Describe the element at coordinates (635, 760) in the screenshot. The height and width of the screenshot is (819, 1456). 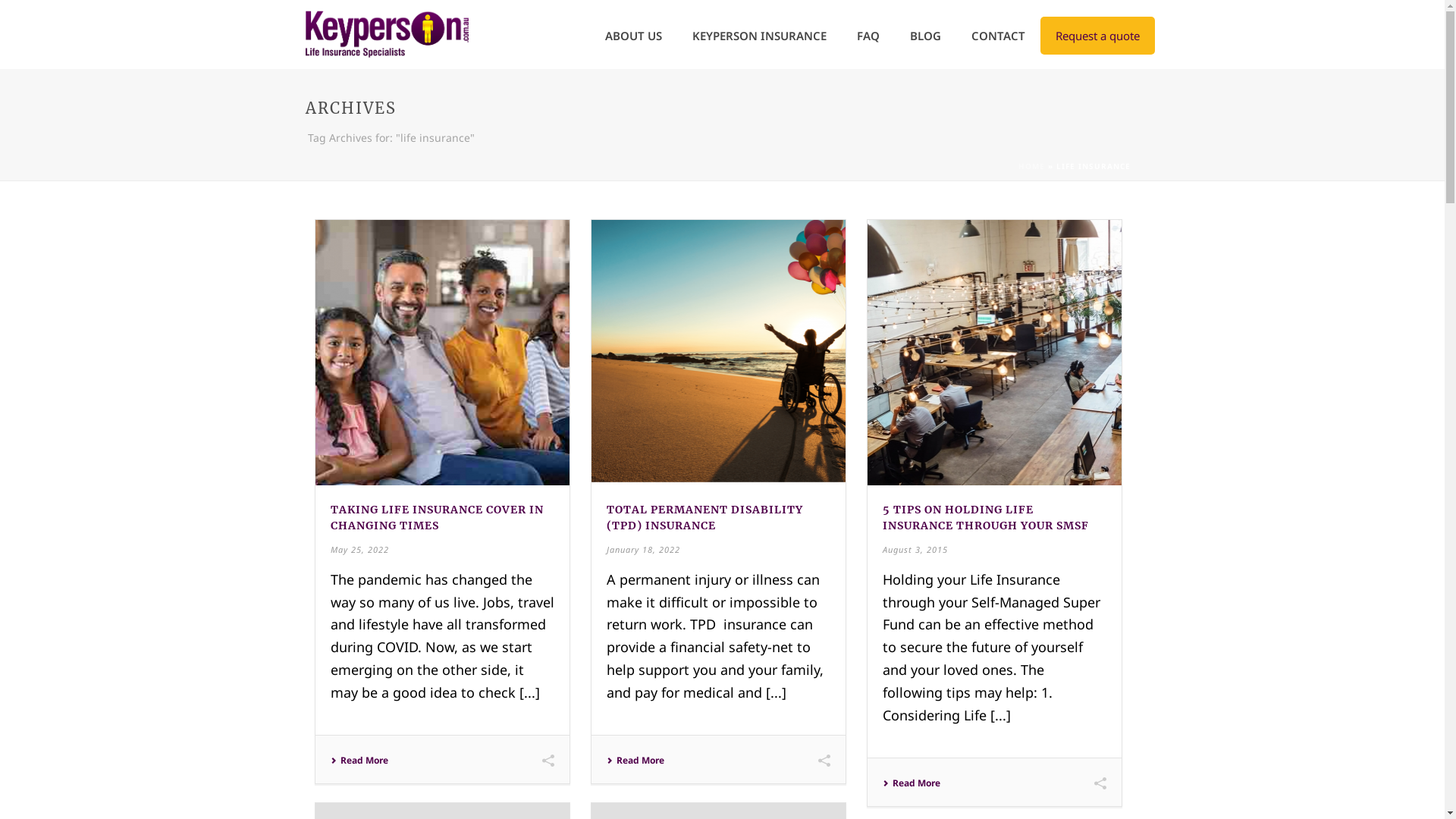
I see `'Read More'` at that location.